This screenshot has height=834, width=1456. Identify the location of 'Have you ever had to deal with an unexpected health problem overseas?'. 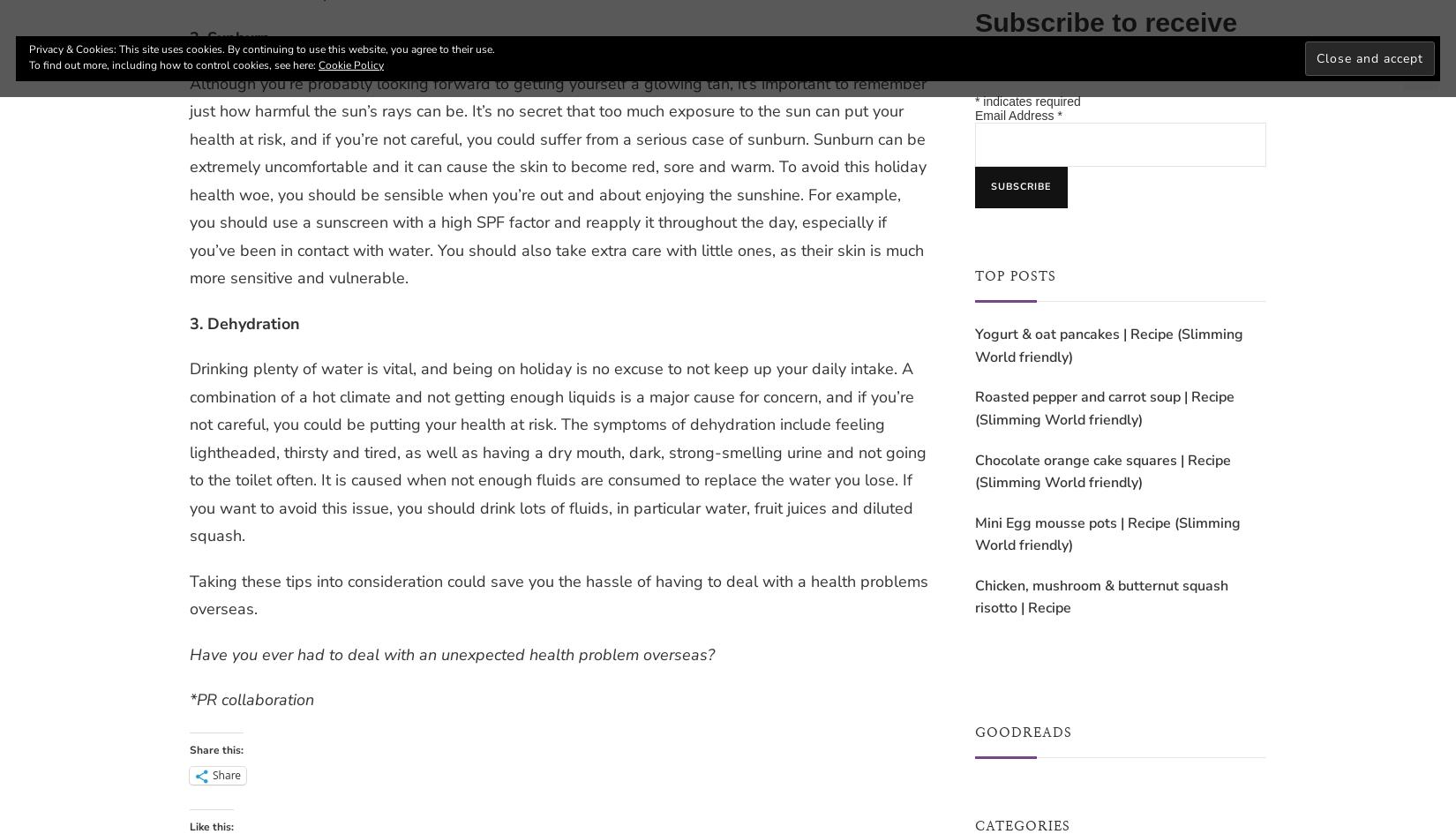
(451, 653).